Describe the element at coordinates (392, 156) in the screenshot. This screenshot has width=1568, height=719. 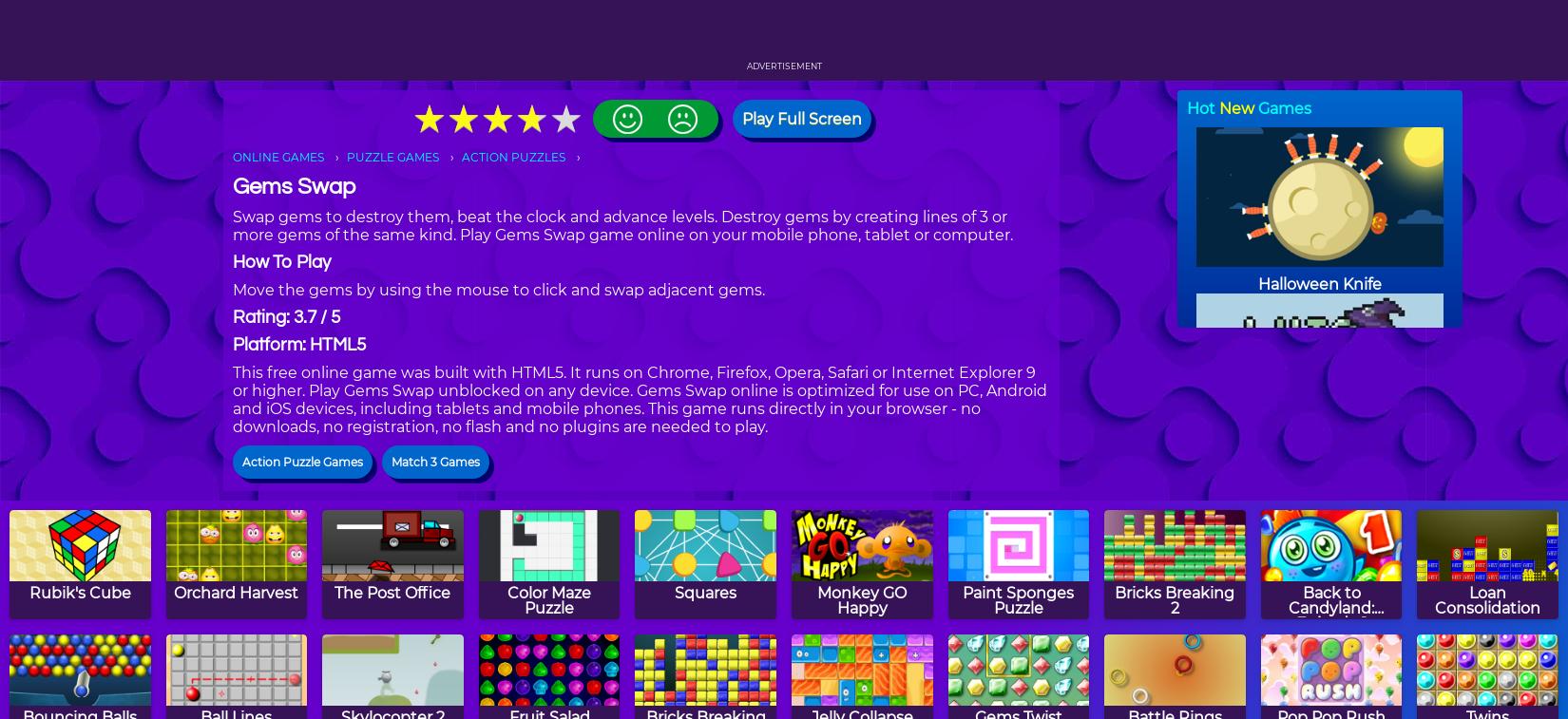
I see `'PUZZLE GAMES'` at that location.